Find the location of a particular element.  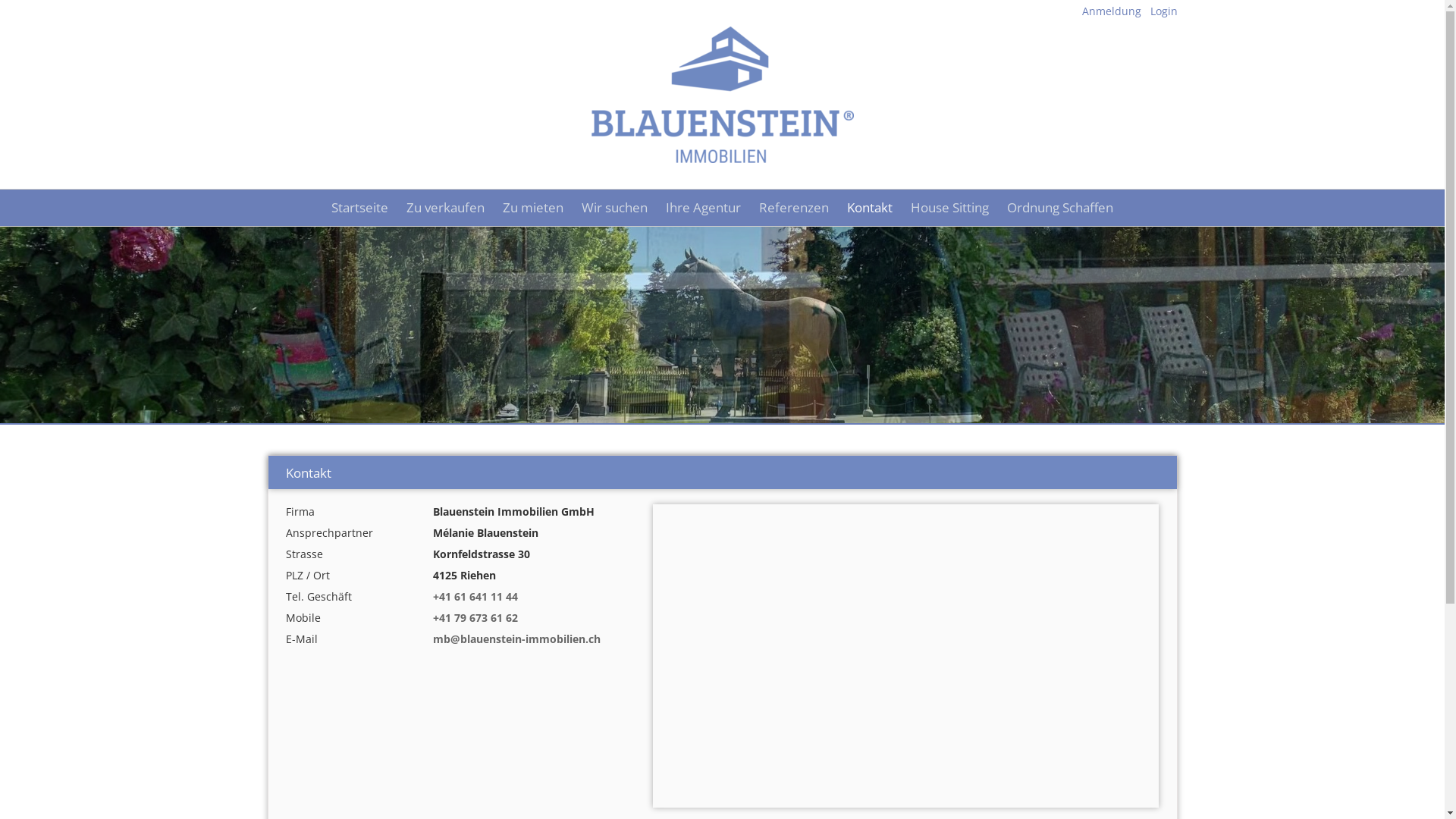

'Wir suchen' is located at coordinates (571, 207).